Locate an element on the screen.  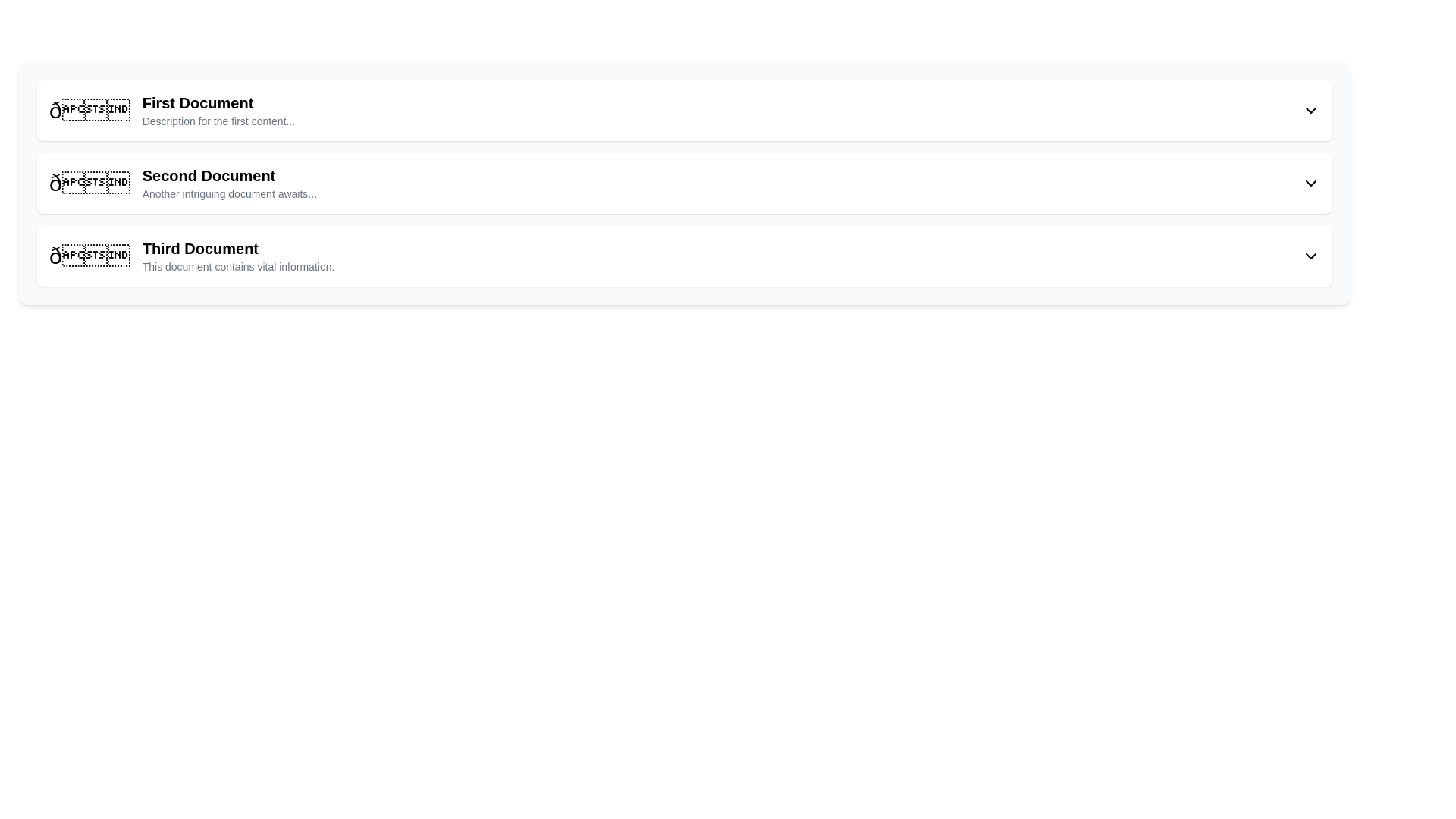
the downward-facing chevron icon located at the right end of the header section of the list item labeled 'First Document' is located at coordinates (1310, 110).